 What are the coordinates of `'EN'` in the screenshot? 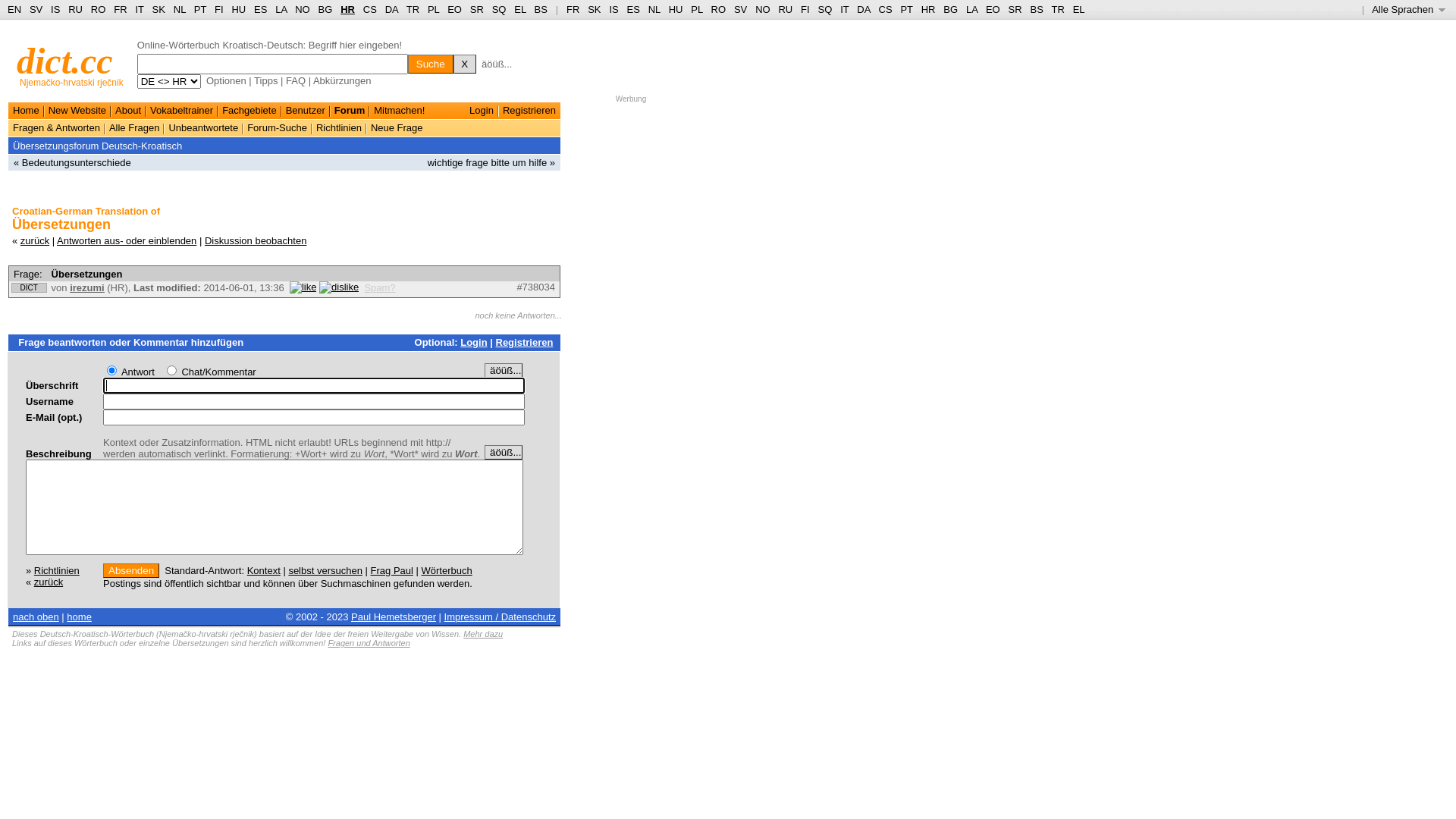 It's located at (14, 9).